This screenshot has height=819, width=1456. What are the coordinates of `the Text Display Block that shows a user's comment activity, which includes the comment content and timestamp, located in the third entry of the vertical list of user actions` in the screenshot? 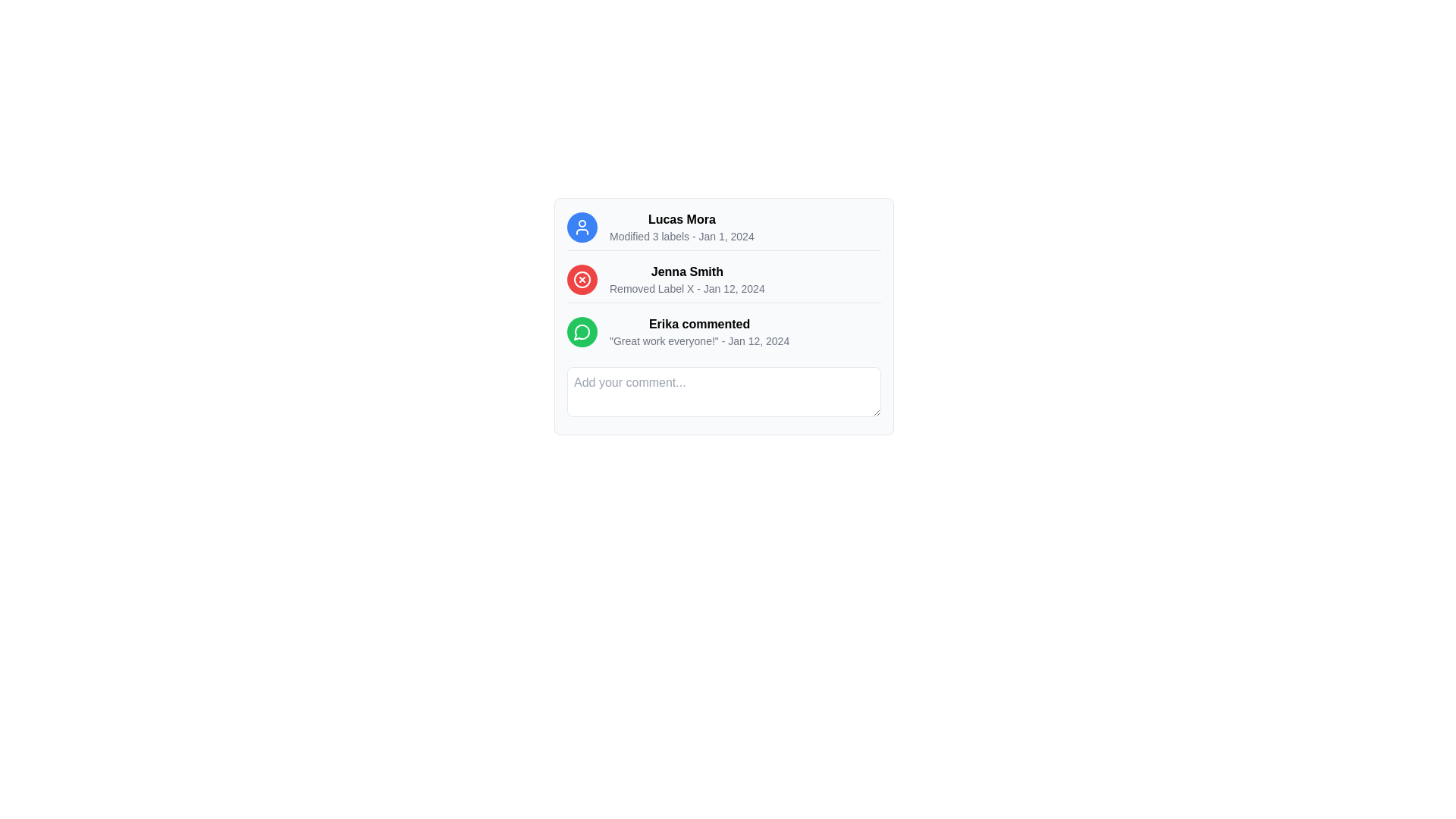 It's located at (698, 331).